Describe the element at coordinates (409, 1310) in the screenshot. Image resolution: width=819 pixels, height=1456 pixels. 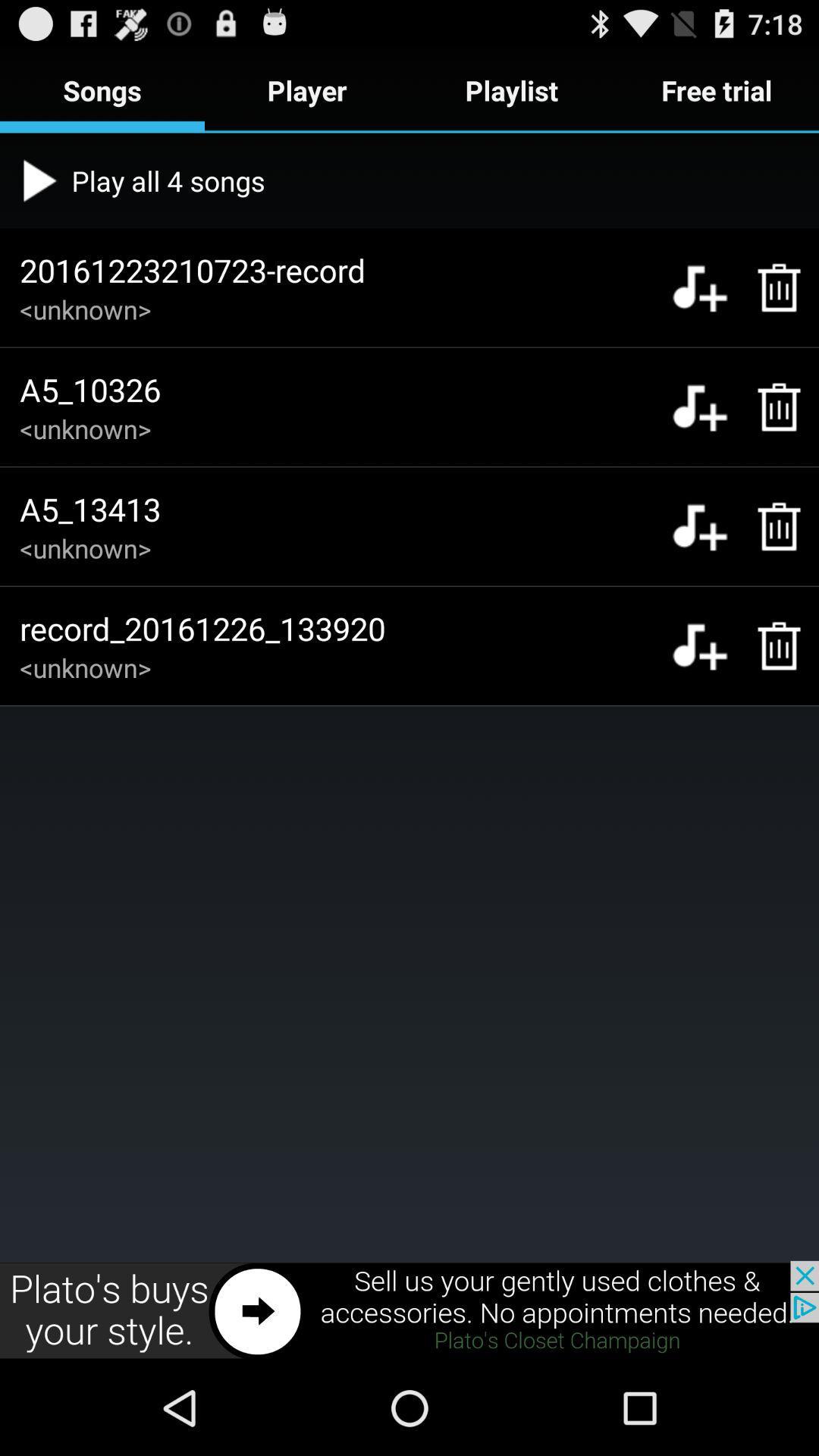
I see `advertisement` at that location.